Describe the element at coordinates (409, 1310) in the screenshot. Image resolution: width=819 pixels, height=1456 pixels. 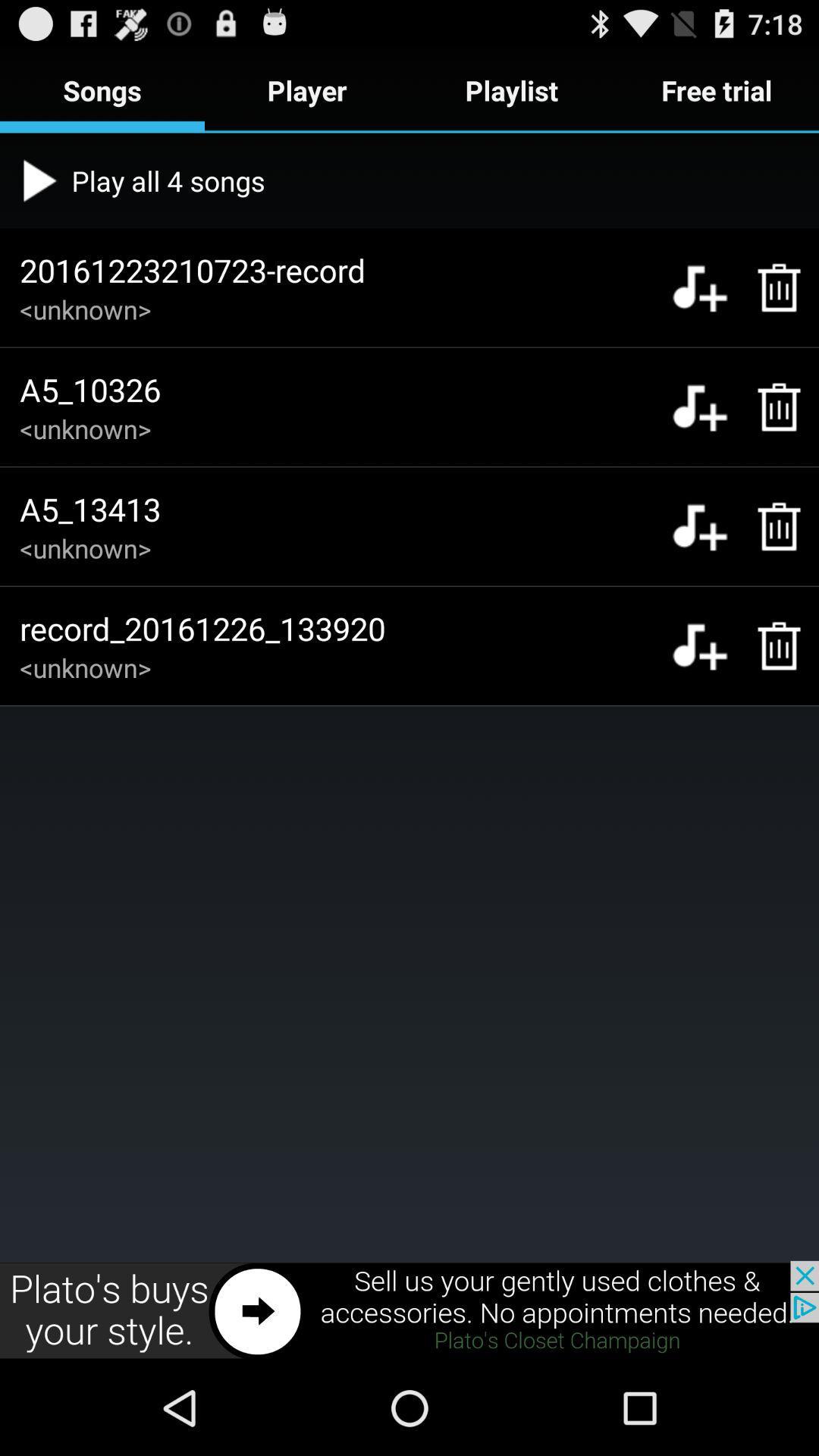
I see `advertisement` at that location.